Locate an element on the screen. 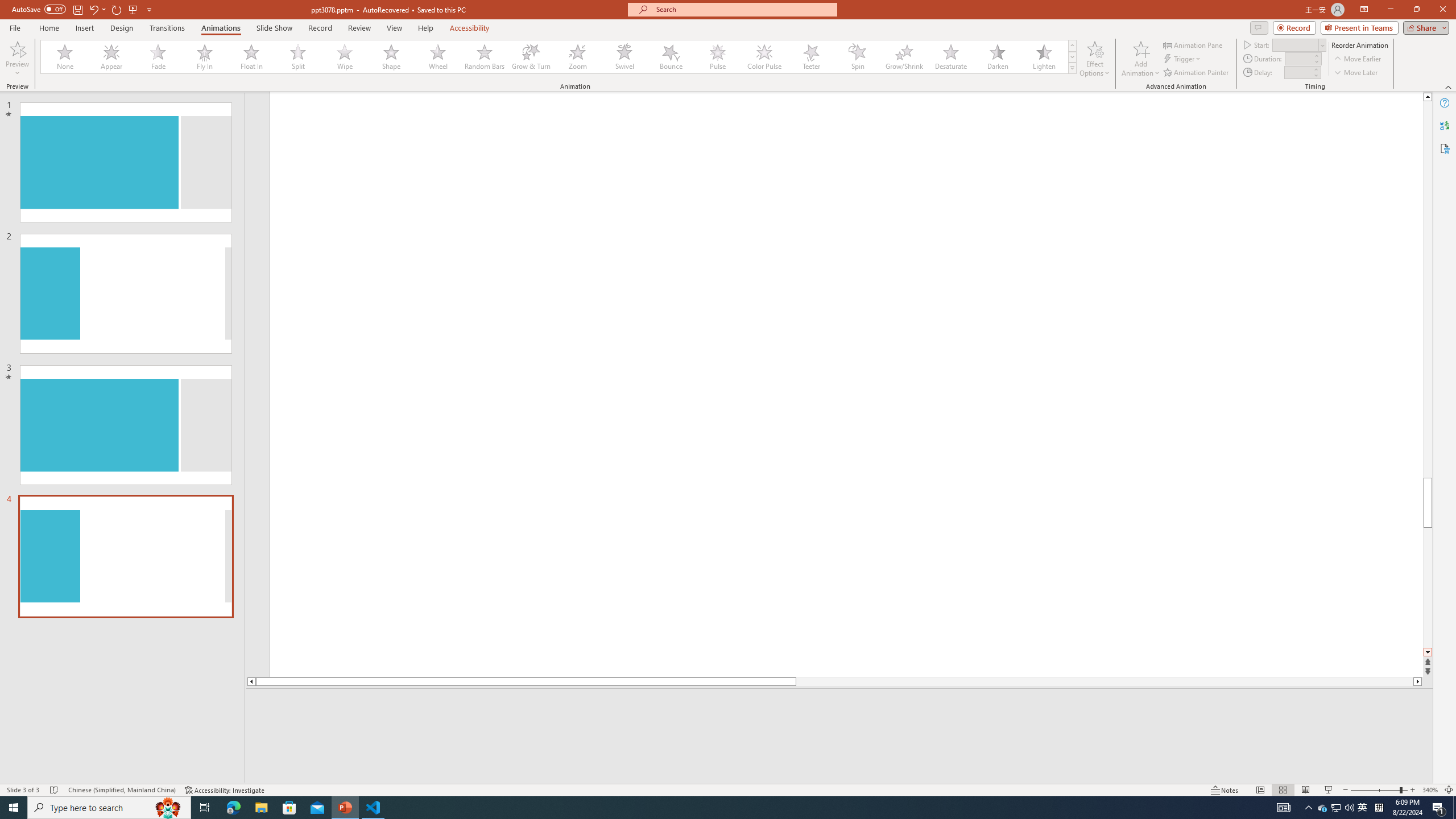  'Appear' is located at coordinates (111, 56).